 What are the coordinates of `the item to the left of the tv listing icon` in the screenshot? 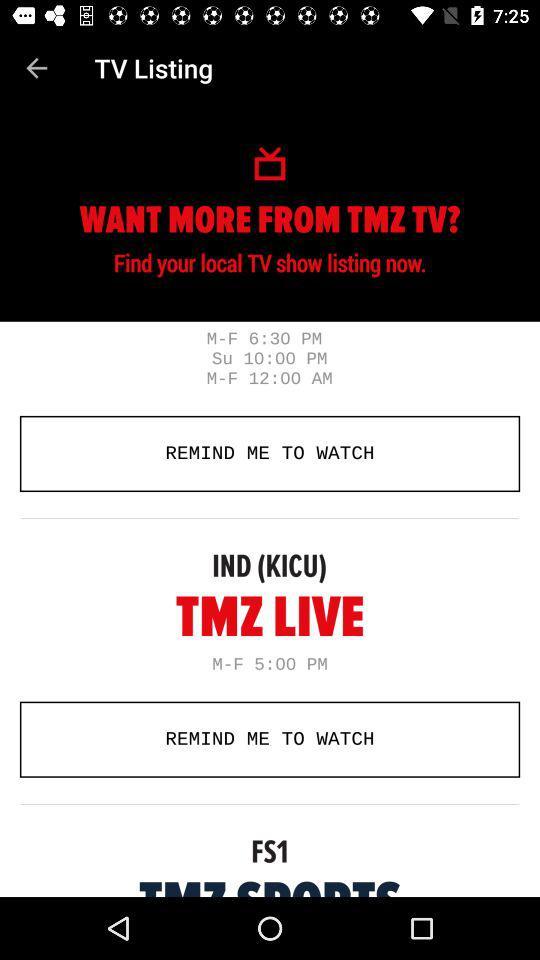 It's located at (36, 68).